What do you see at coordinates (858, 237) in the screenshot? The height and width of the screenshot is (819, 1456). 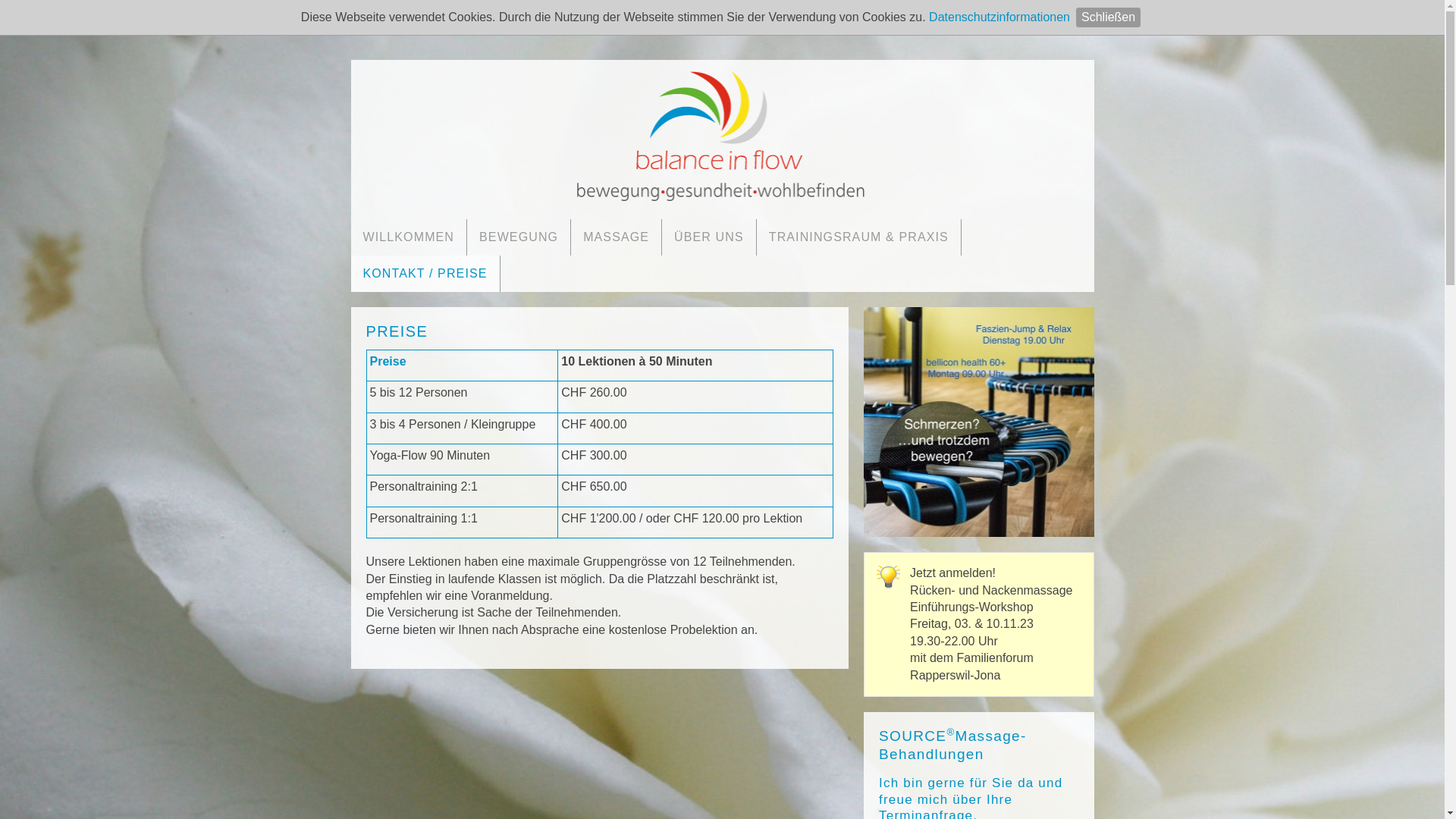 I see `'TRAININGSRAUM & PRAXIS'` at bounding box center [858, 237].